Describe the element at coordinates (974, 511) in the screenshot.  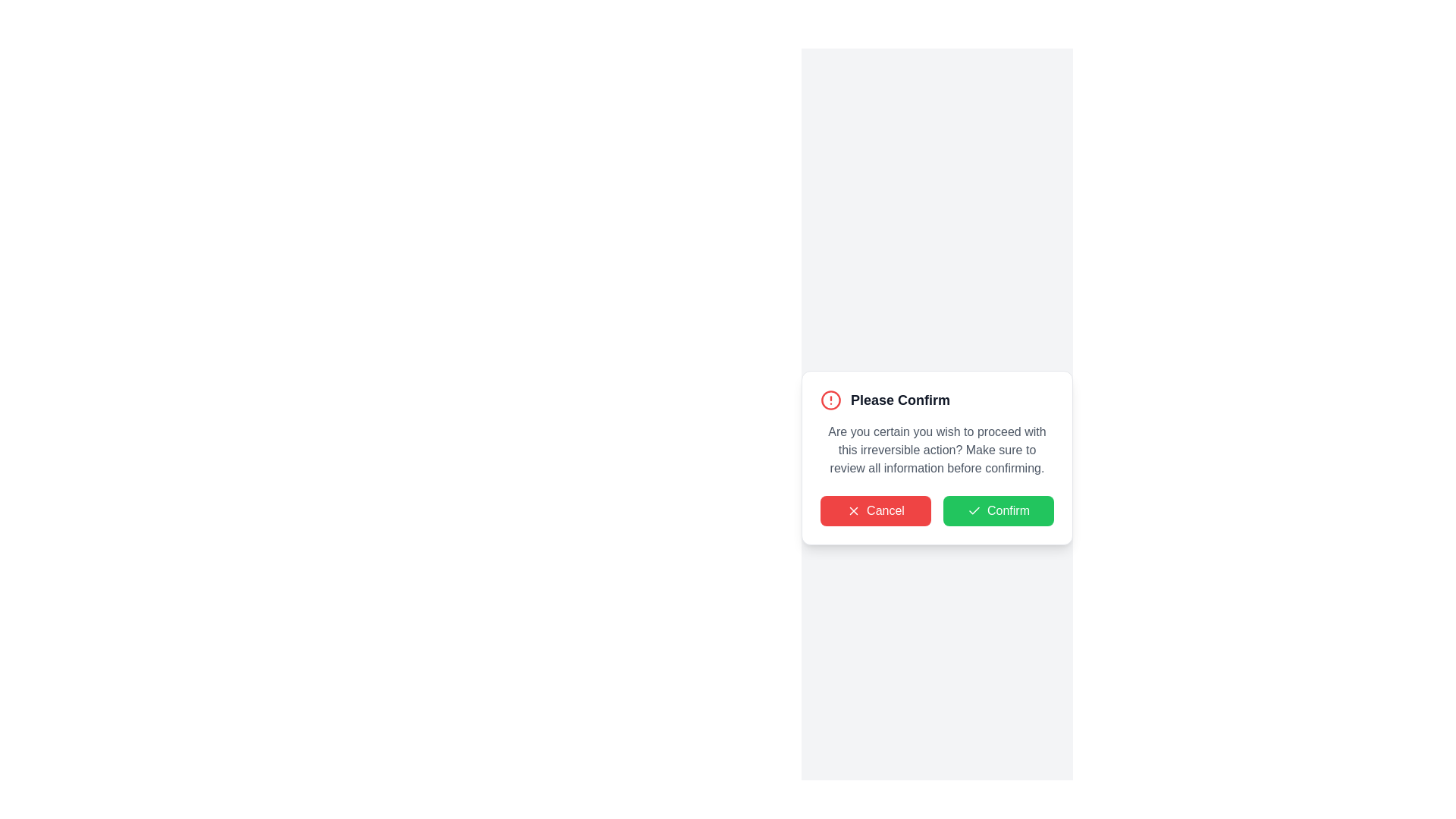
I see `the small check icon with a green background located to the left of the 'Confirm' text within the 'Confirm' button` at that location.